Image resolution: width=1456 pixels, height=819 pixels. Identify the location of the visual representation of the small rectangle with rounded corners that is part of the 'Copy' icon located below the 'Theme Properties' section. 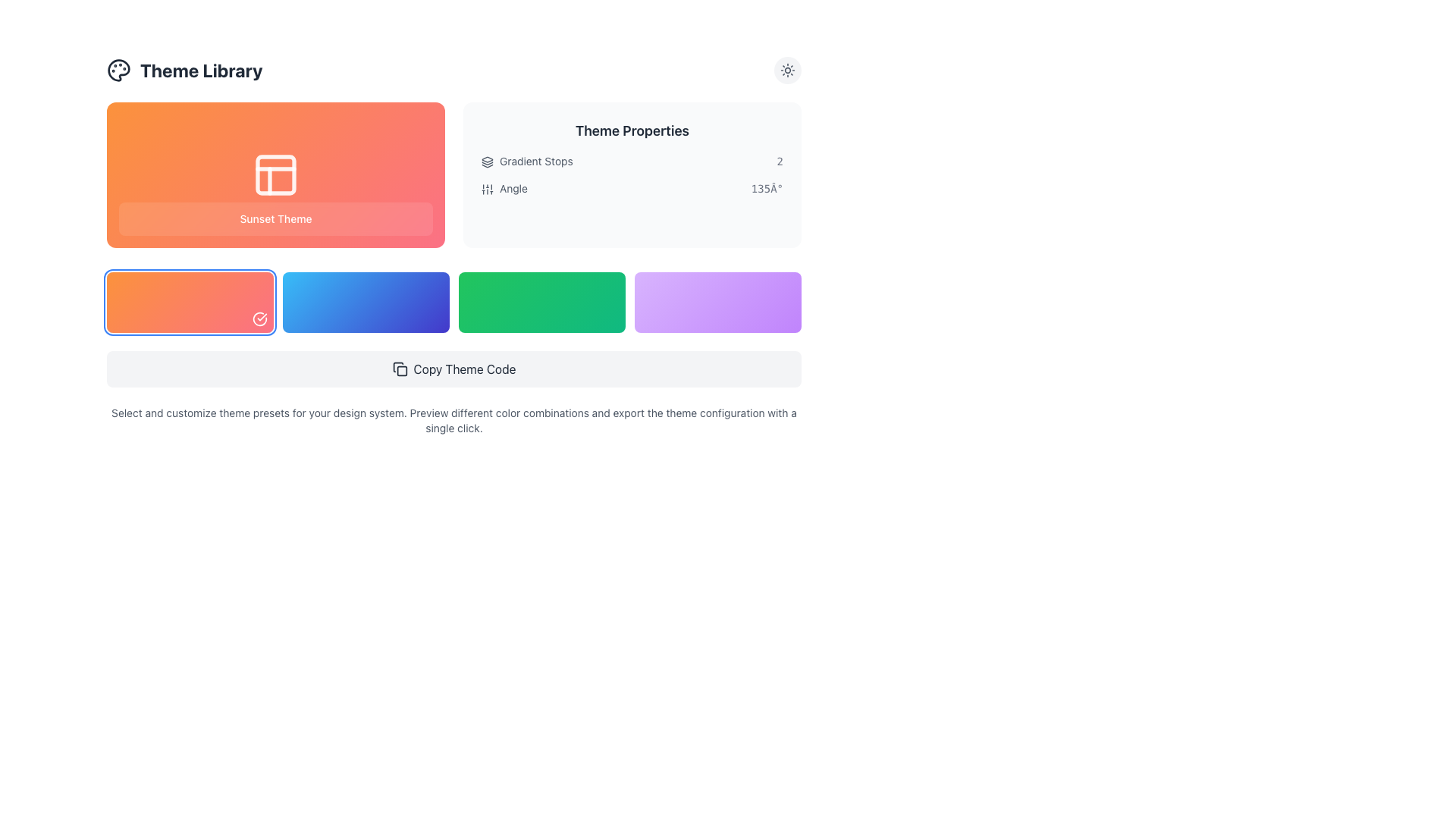
(401, 371).